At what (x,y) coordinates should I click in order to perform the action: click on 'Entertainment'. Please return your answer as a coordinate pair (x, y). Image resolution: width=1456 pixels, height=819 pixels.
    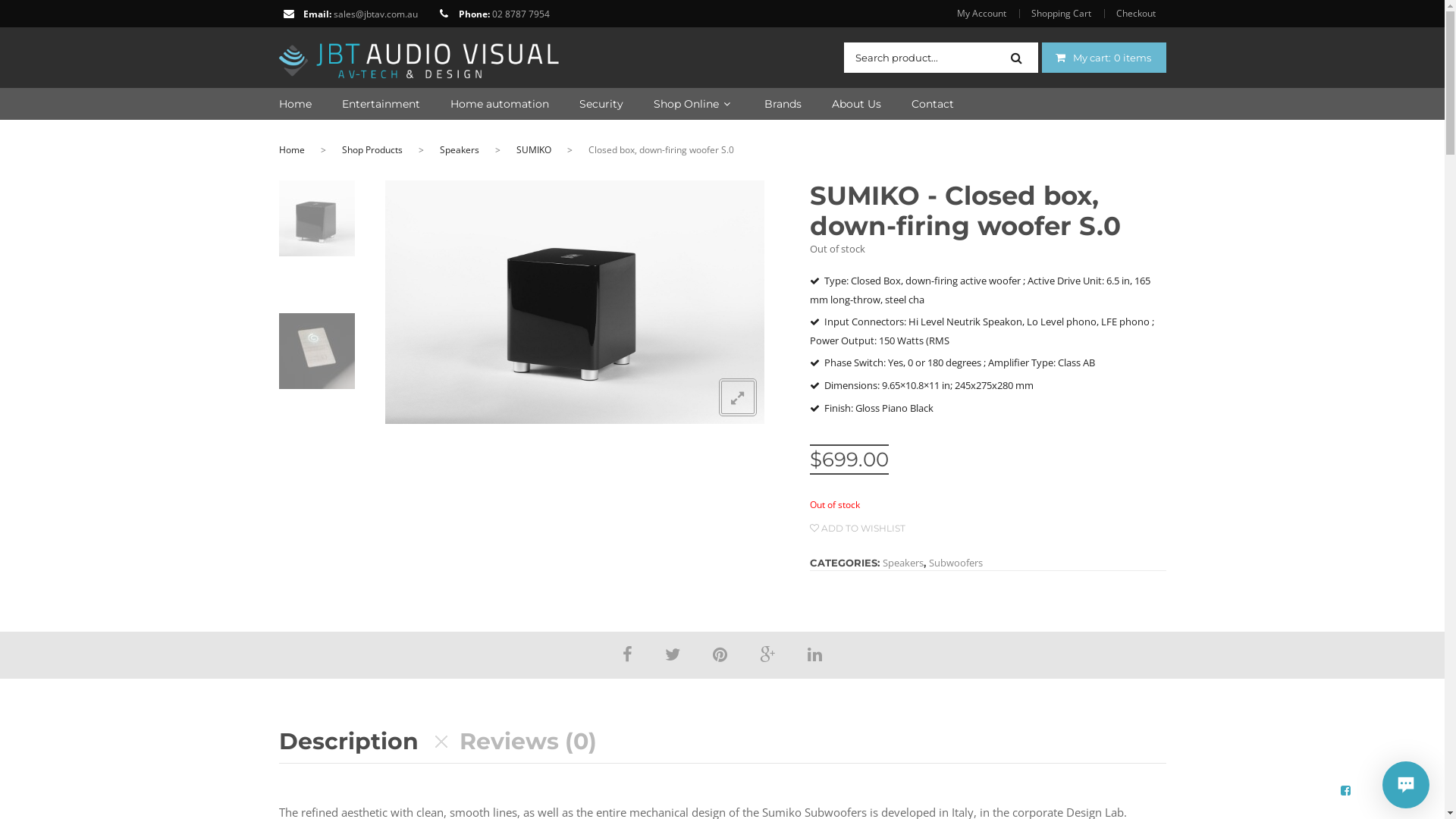
    Looking at the image, I should click on (365, 103).